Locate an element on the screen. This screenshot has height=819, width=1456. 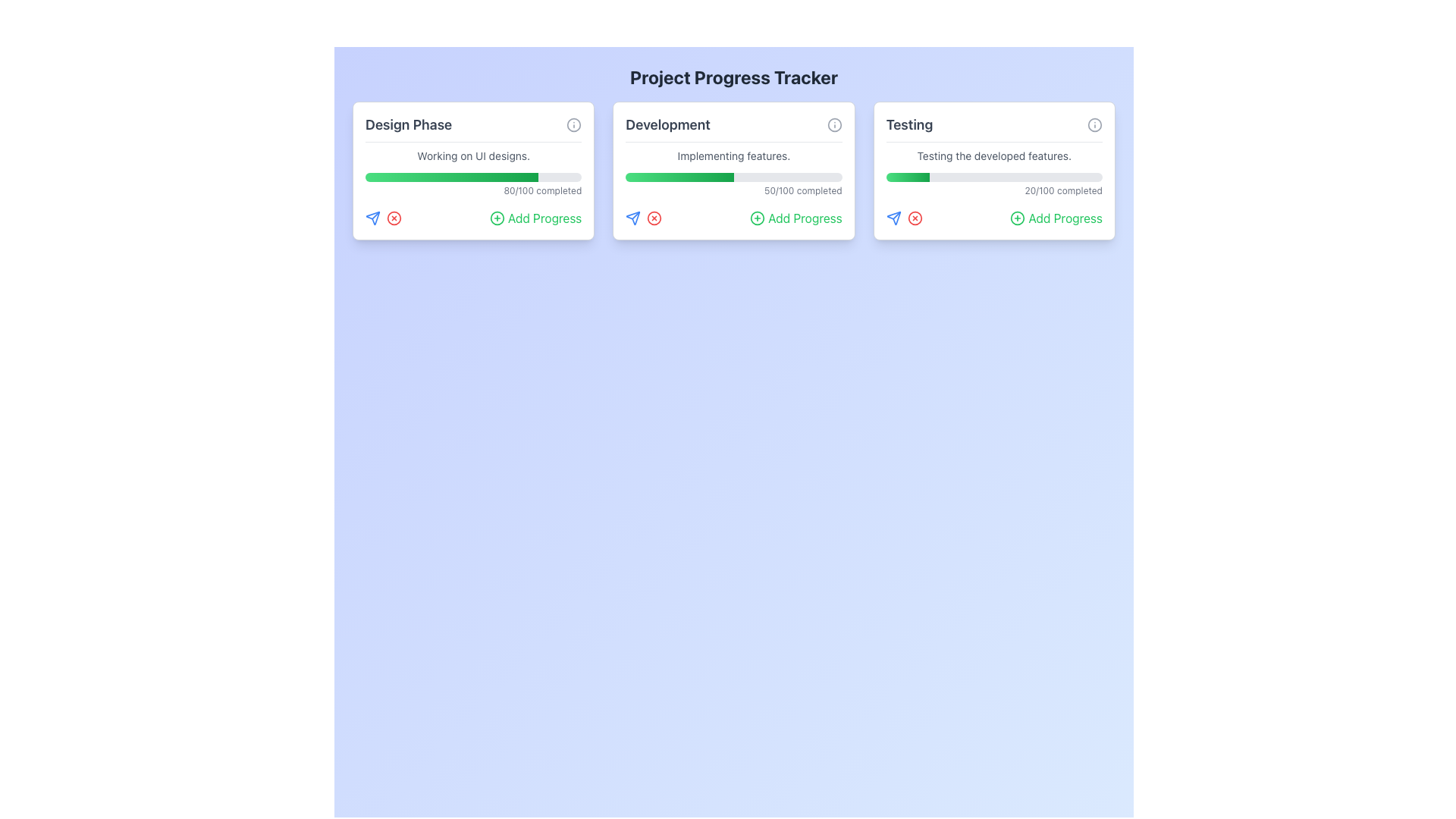
the Progress Bar indicating 20% completion of the 'Testing' task located within the Project Progress Tracker is located at coordinates (994, 177).